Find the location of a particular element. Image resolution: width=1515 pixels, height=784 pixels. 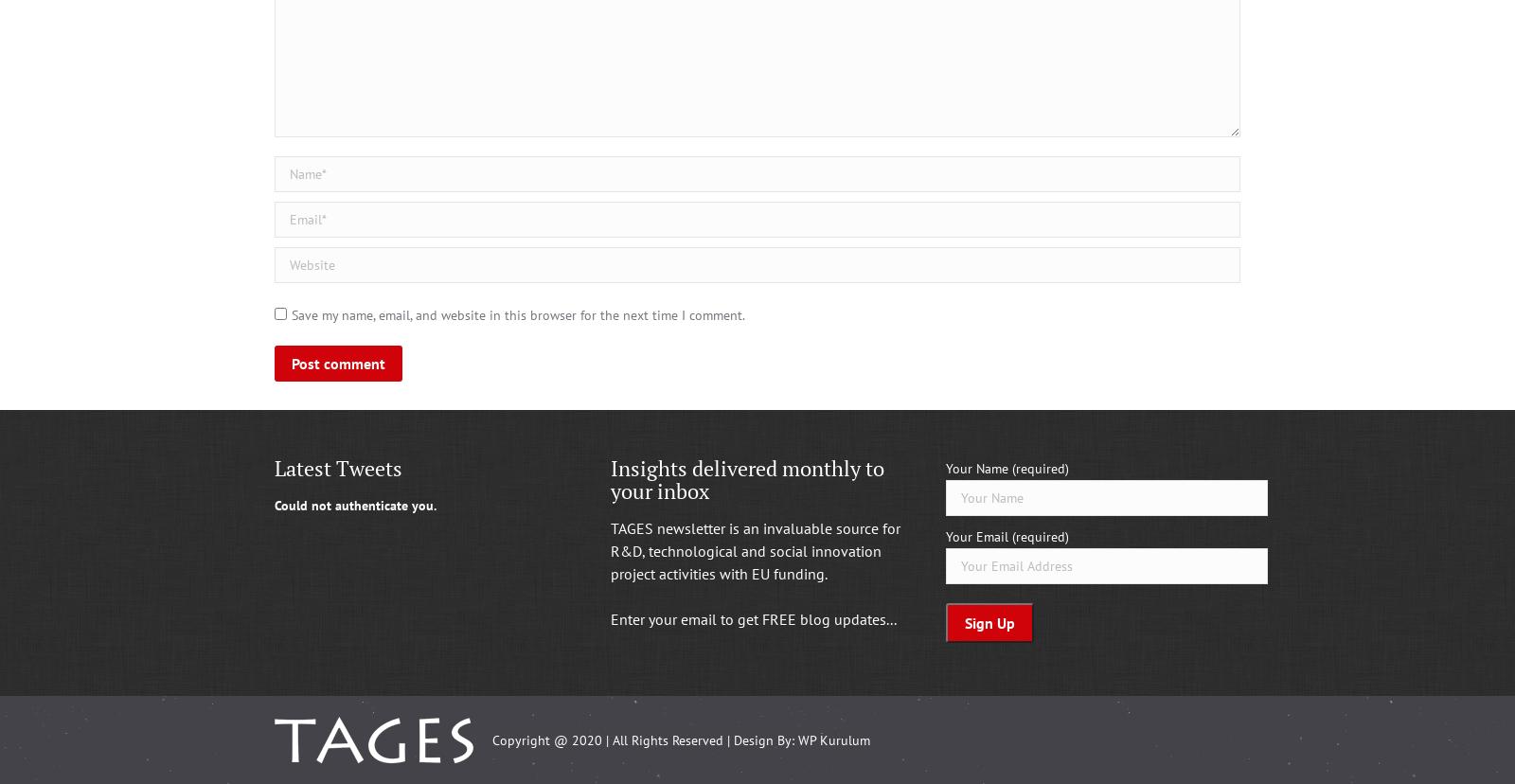

'Insights delivered monthly to your inbox' is located at coordinates (746, 479).